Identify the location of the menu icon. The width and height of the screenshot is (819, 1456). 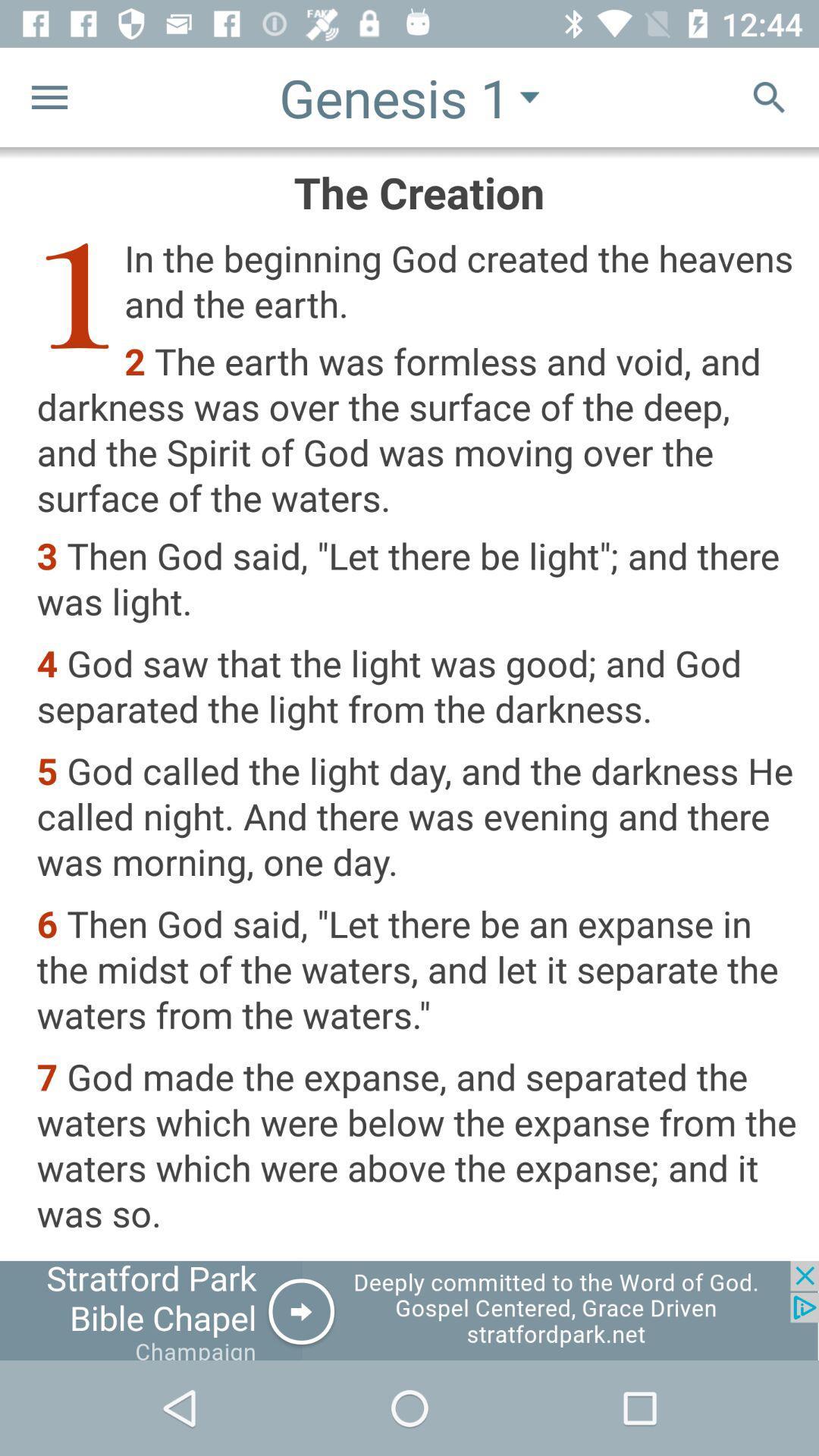
(49, 96).